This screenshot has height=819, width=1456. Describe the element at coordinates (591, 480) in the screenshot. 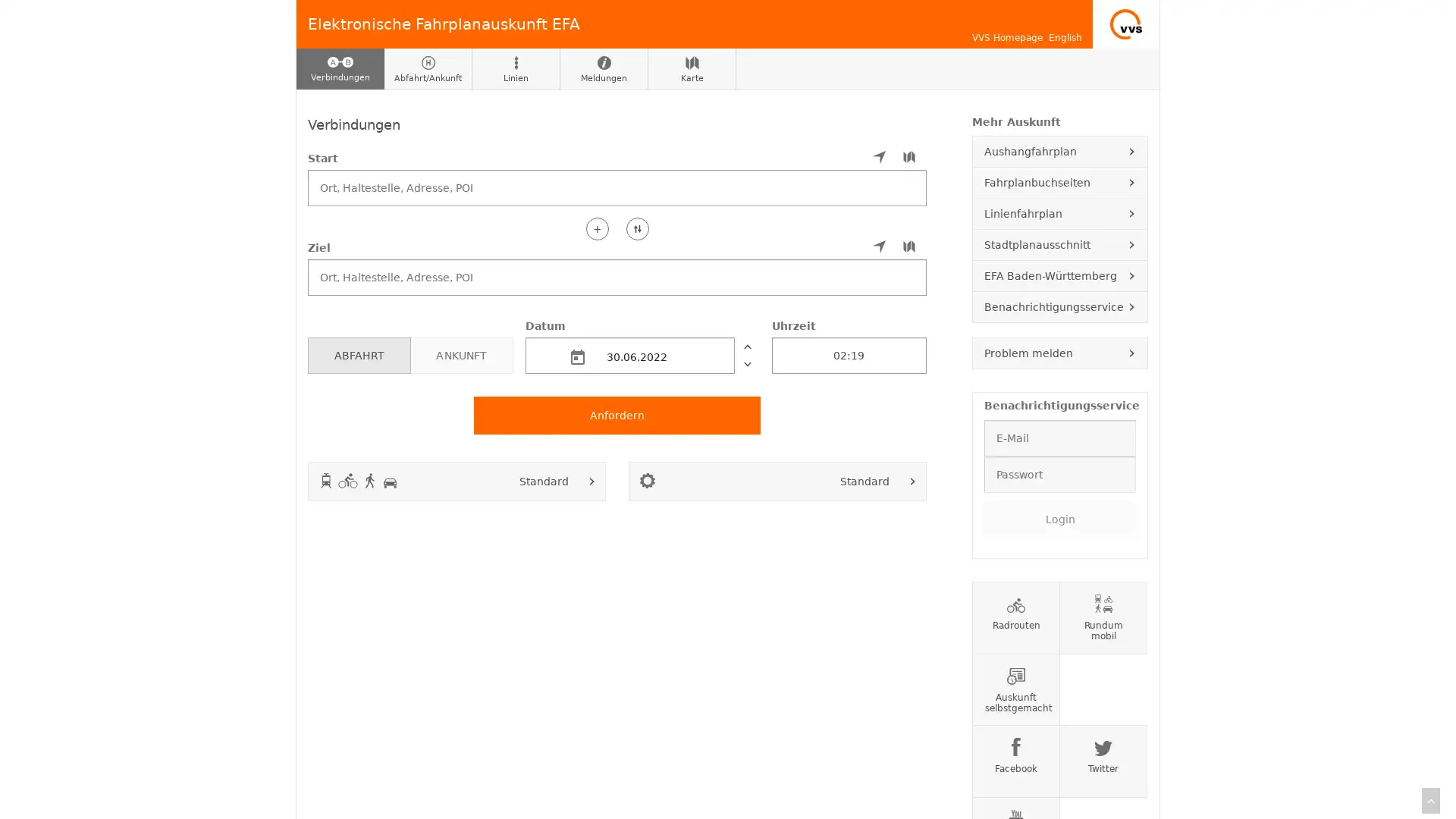

I see `Verkehrsmittel auswahlen` at that location.